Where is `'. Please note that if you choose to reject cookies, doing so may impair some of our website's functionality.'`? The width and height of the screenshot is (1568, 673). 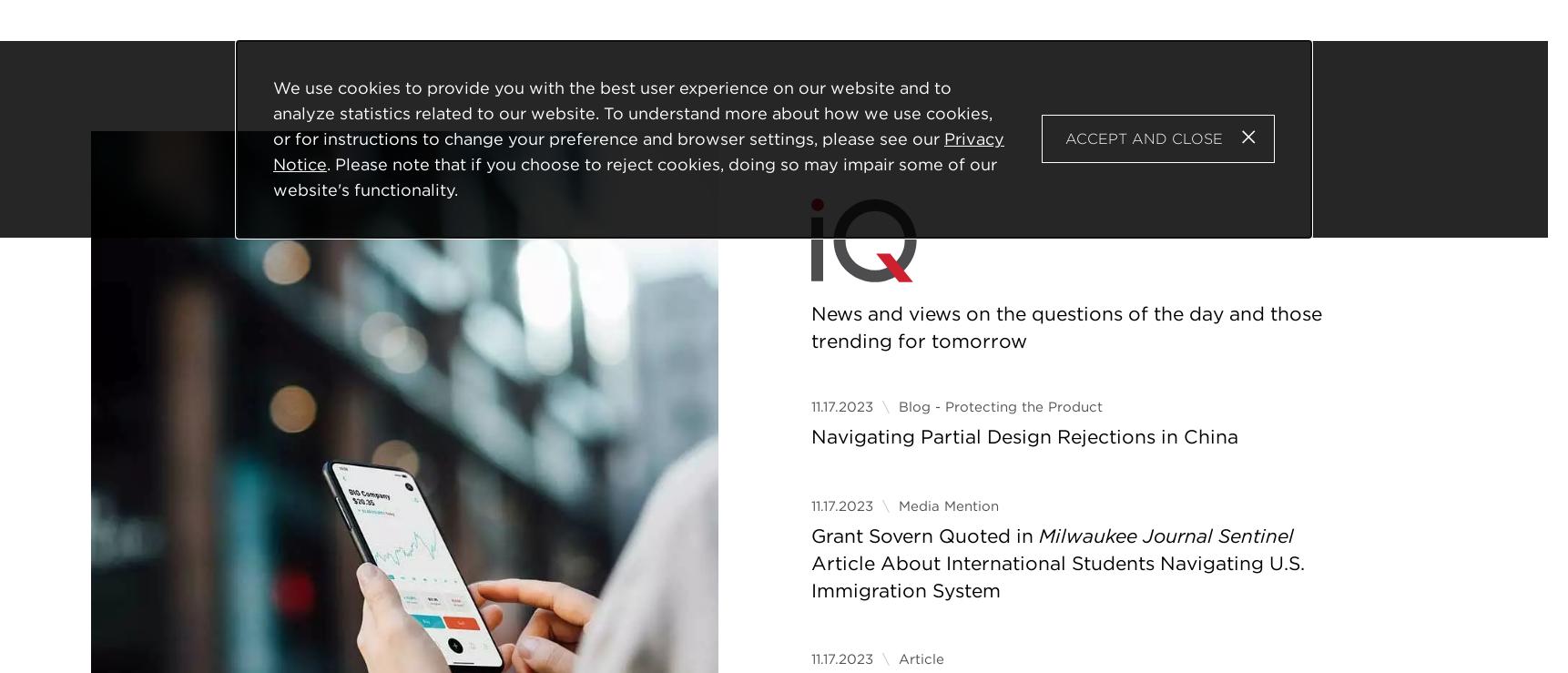
'. Please note that if you choose to reject cookies, doing so may impair some of our website's functionality.' is located at coordinates (634, 176).